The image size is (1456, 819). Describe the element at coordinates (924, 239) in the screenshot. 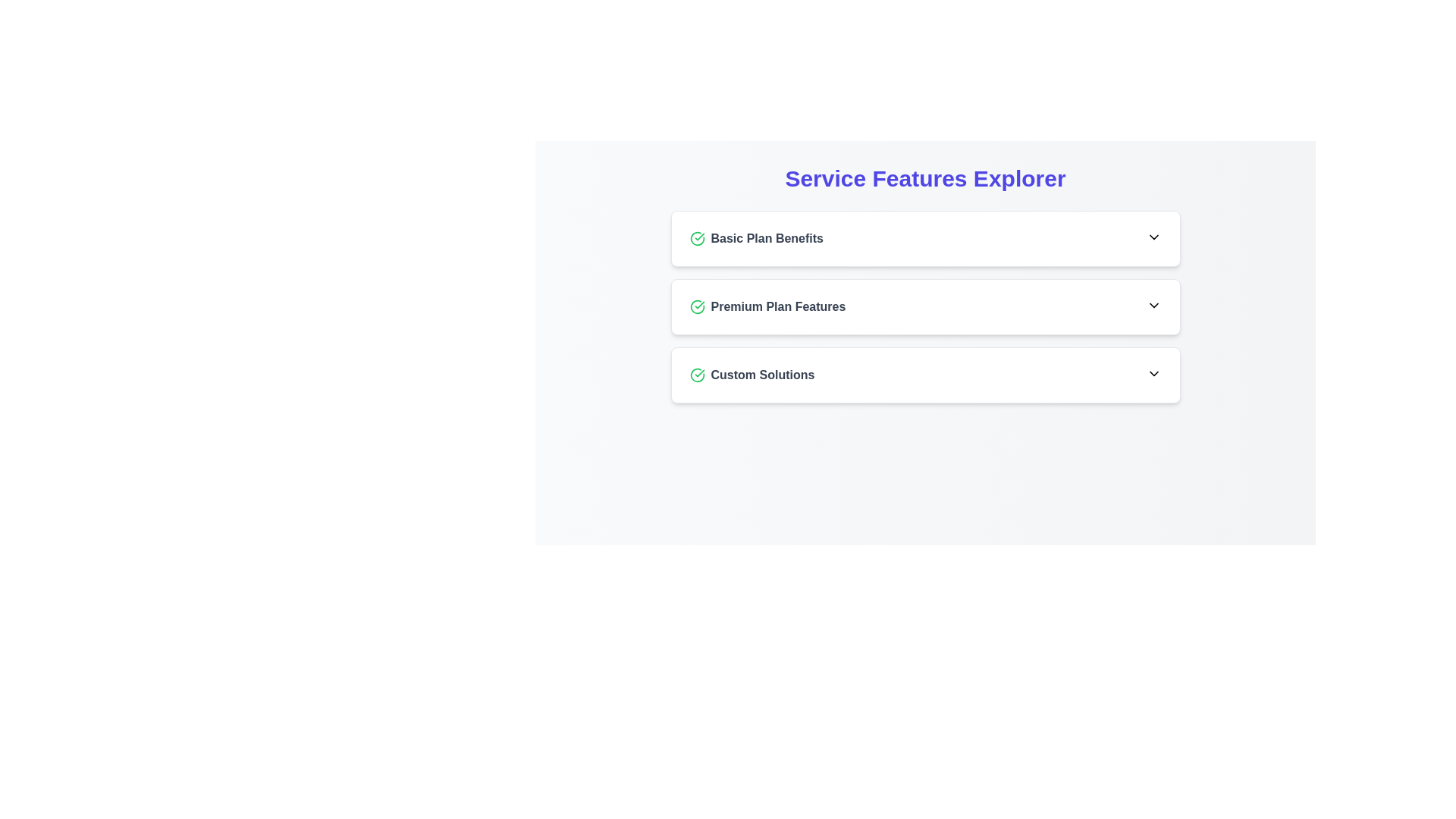

I see `the Collapsible section toggle for 'Basic Plan Benefits'` at that location.